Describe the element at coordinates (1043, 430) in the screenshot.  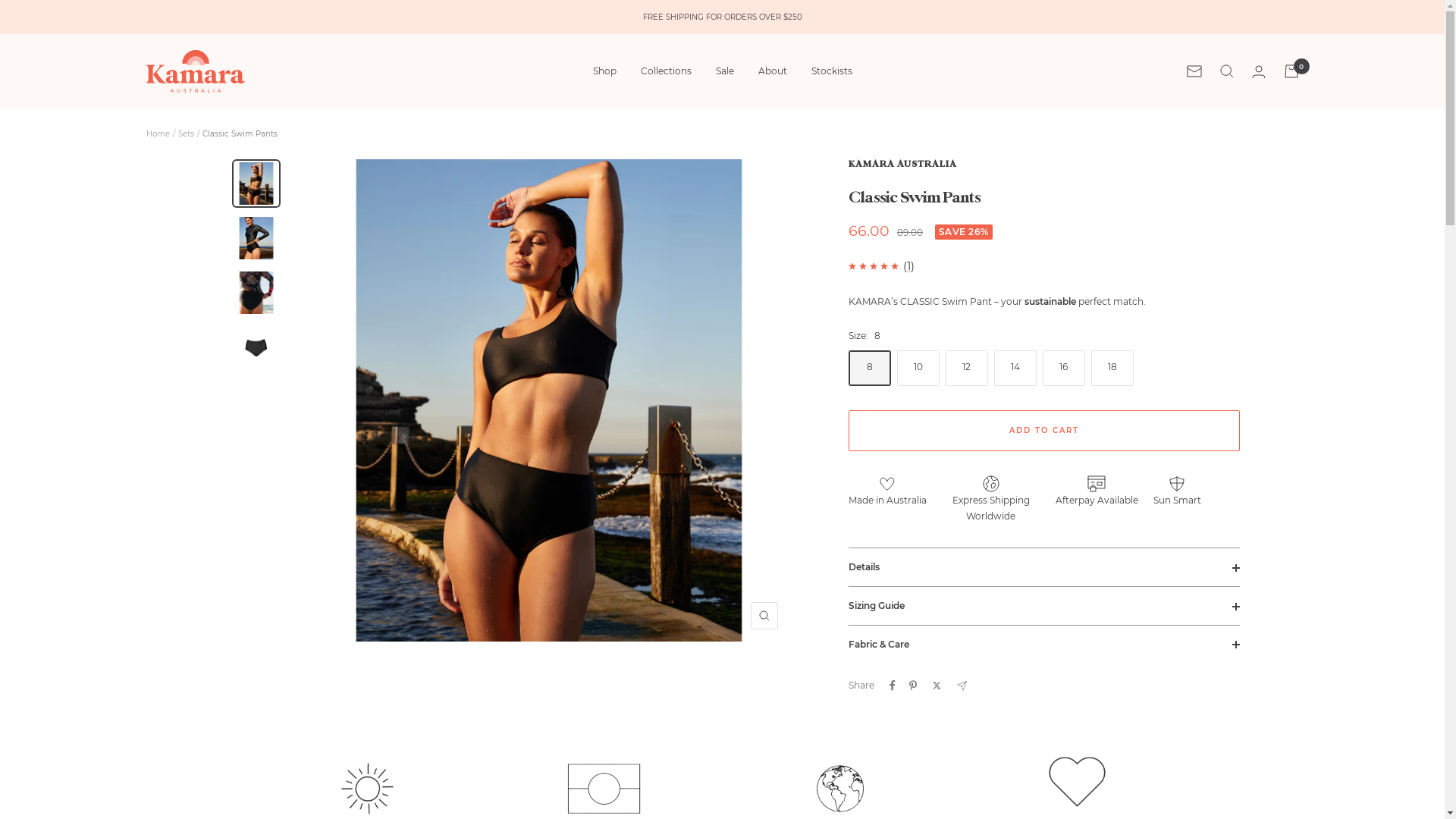
I see `'ADD TO CART'` at that location.